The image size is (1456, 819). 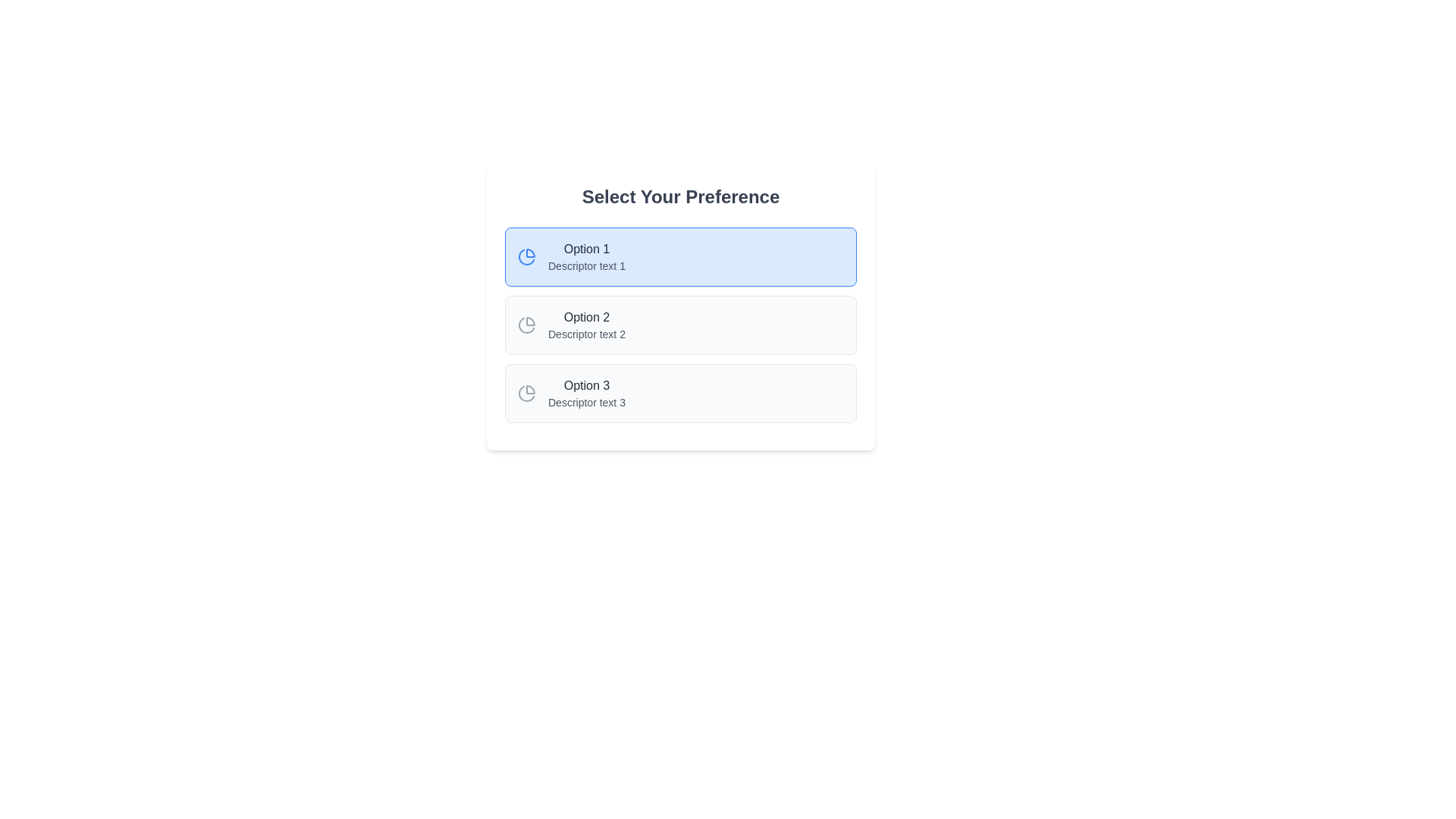 What do you see at coordinates (585, 402) in the screenshot?
I see `the text label displaying 'Descriptor text 3', which is styled in a smaller gray font and located directly below the bold 'Option 3' text` at bounding box center [585, 402].